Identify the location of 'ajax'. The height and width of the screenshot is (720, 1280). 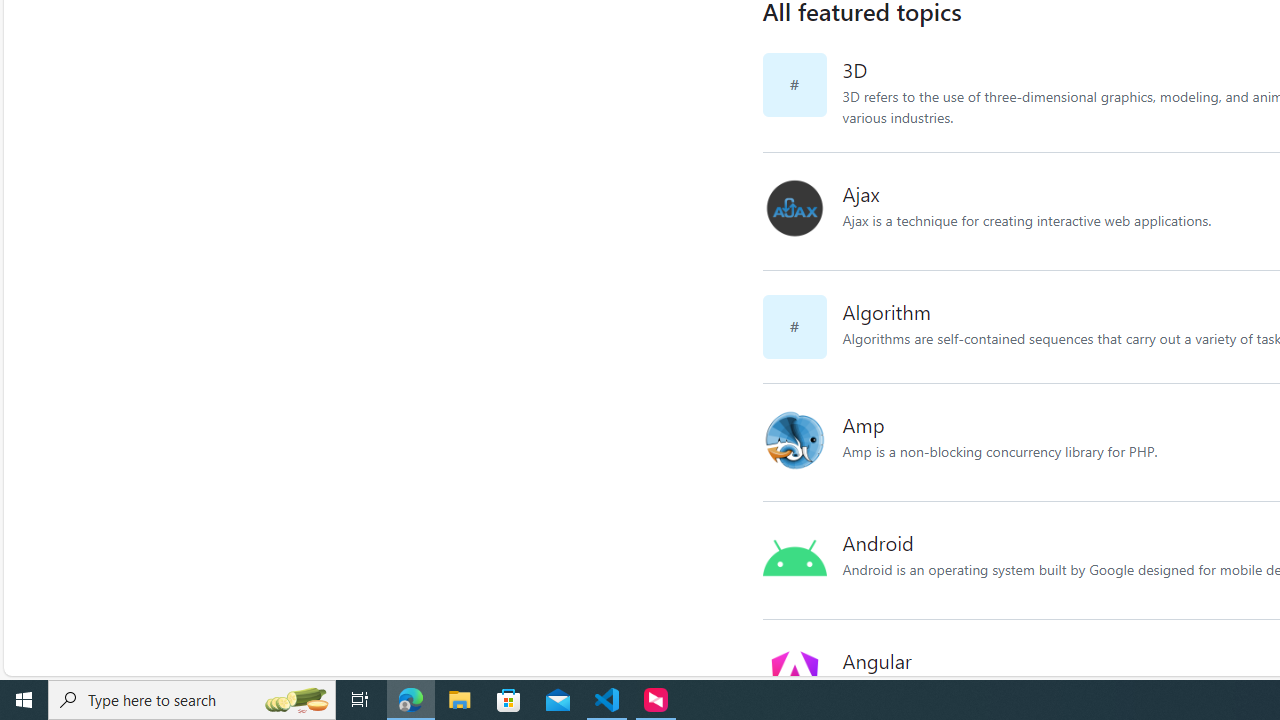
(793, 209).